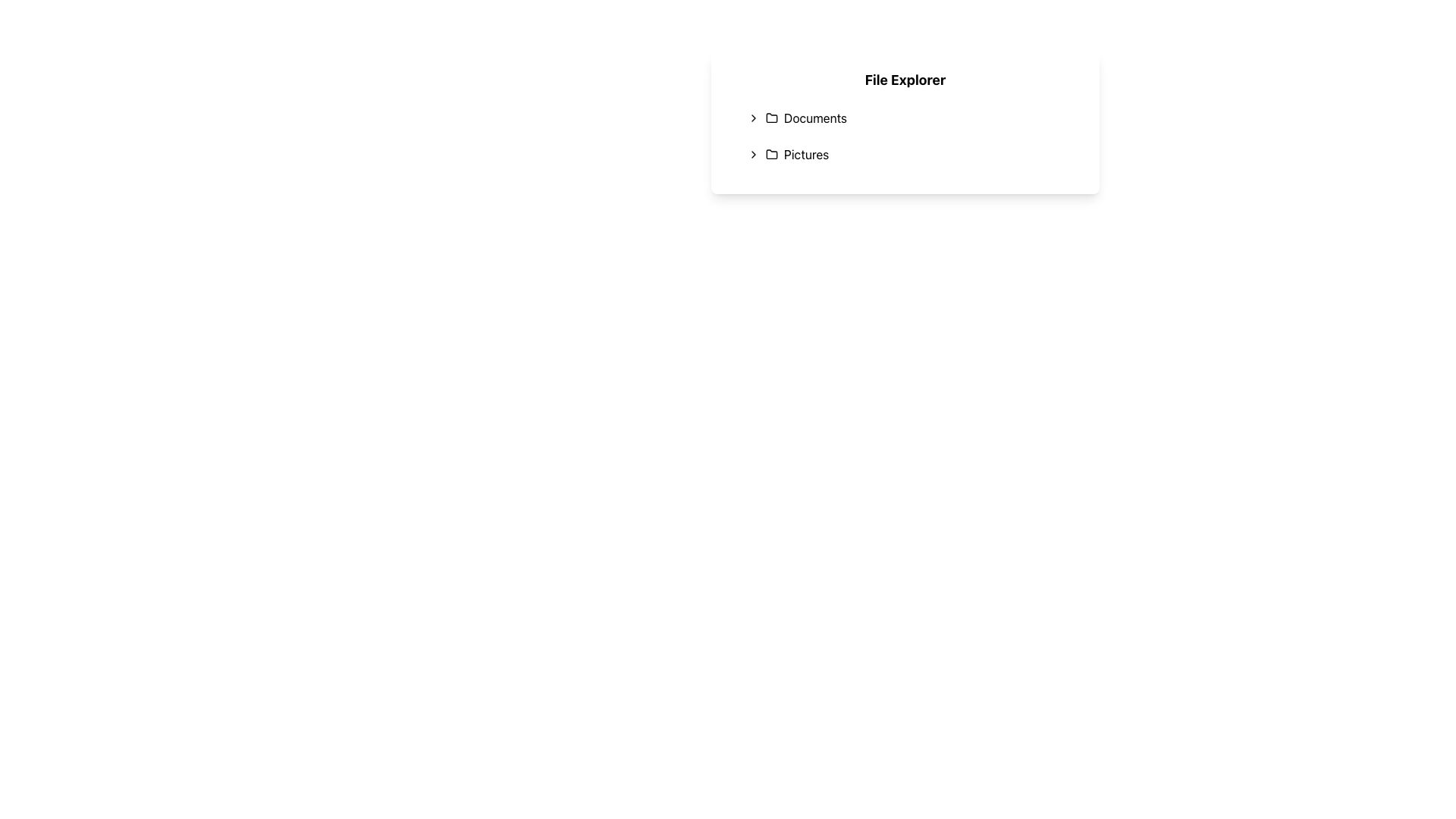 This screenshot has height=819, width=1456. I want to click on the 'Documents' text label, which identifies the folder, so click(814, 117).